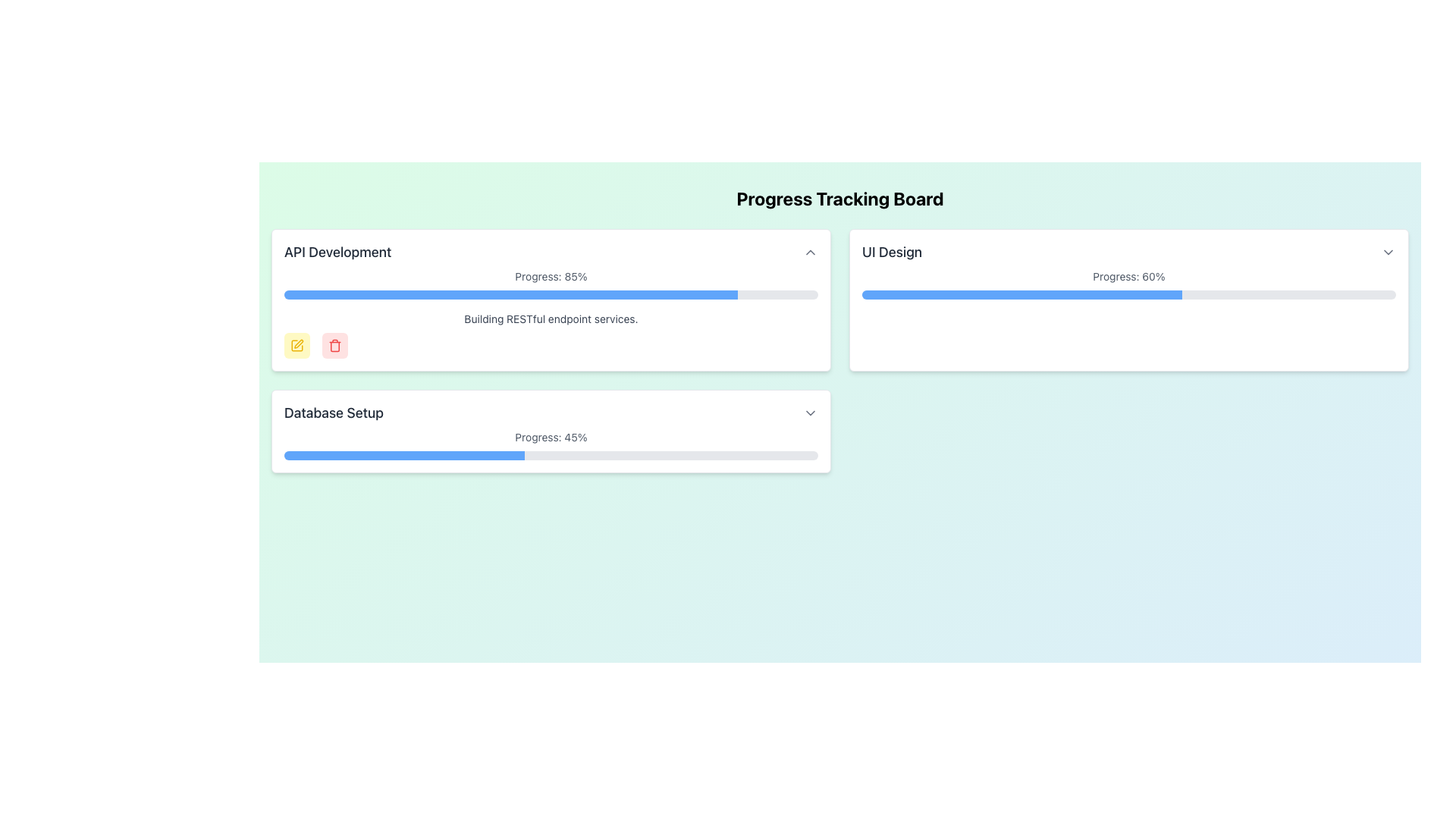 The image size is (1456, 819). I want to click on the small, square-shaped red button with rounded corners and a trash icon, which is the second button under the progress bar in the 'API Development' section, so click(334, 345).